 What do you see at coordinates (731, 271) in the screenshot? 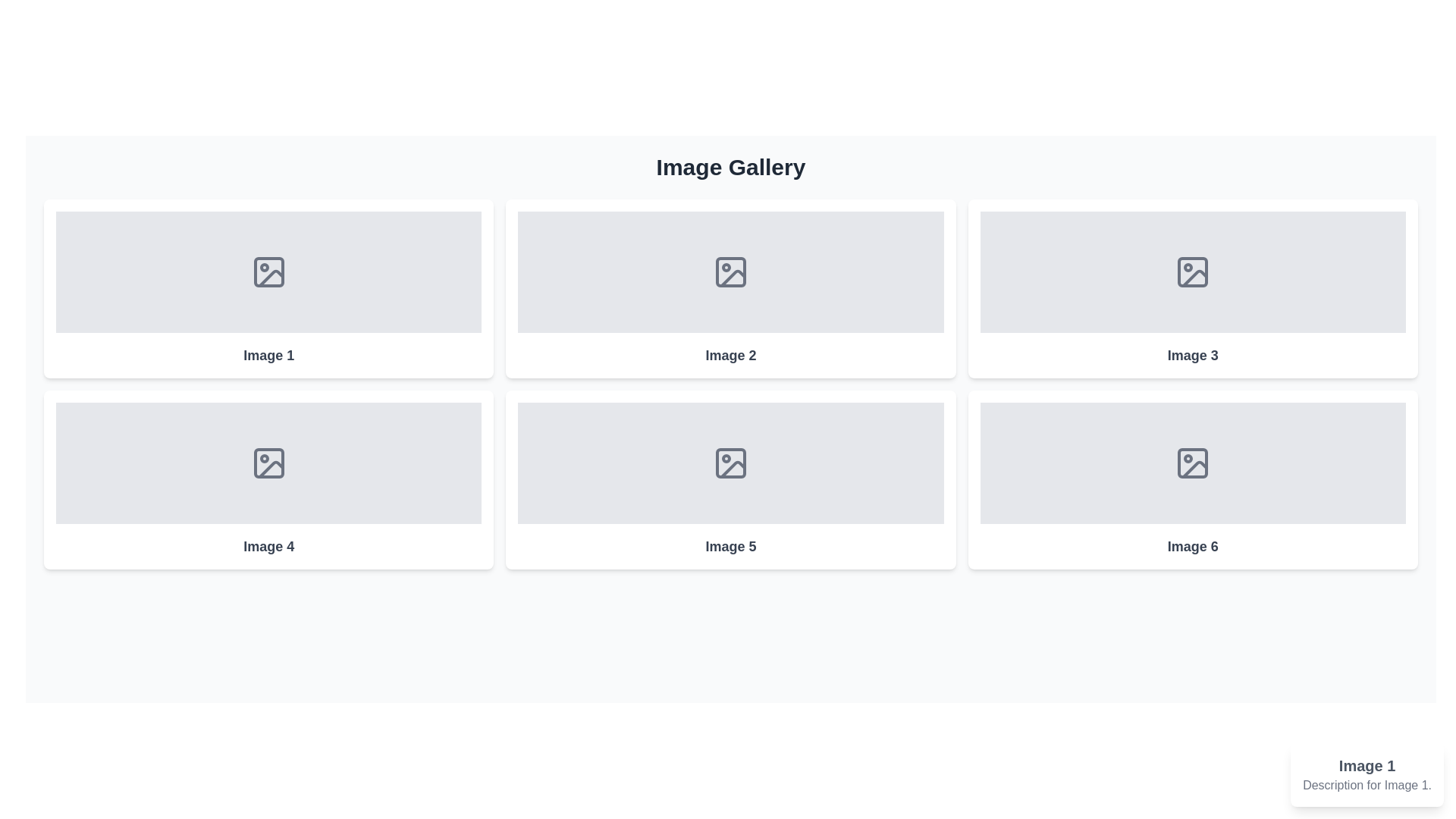
I see `the placeholder icon in the second box of the first row in the 'Image Gallery' section` at bounding box center [731, 271].